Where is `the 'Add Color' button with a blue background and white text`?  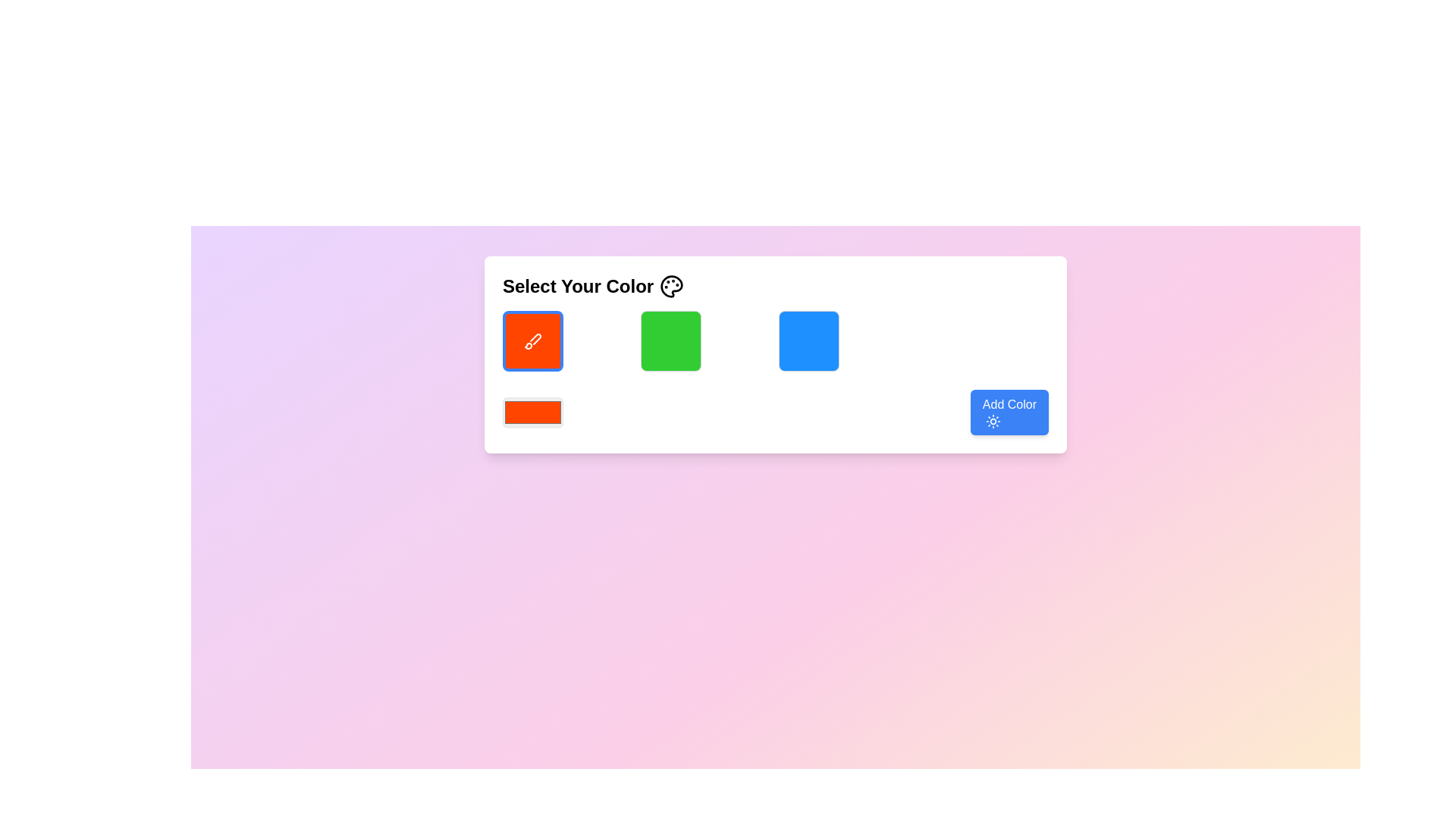 the 'Add Color' button with a blue background and white text is located at coordinates (1009, 412).